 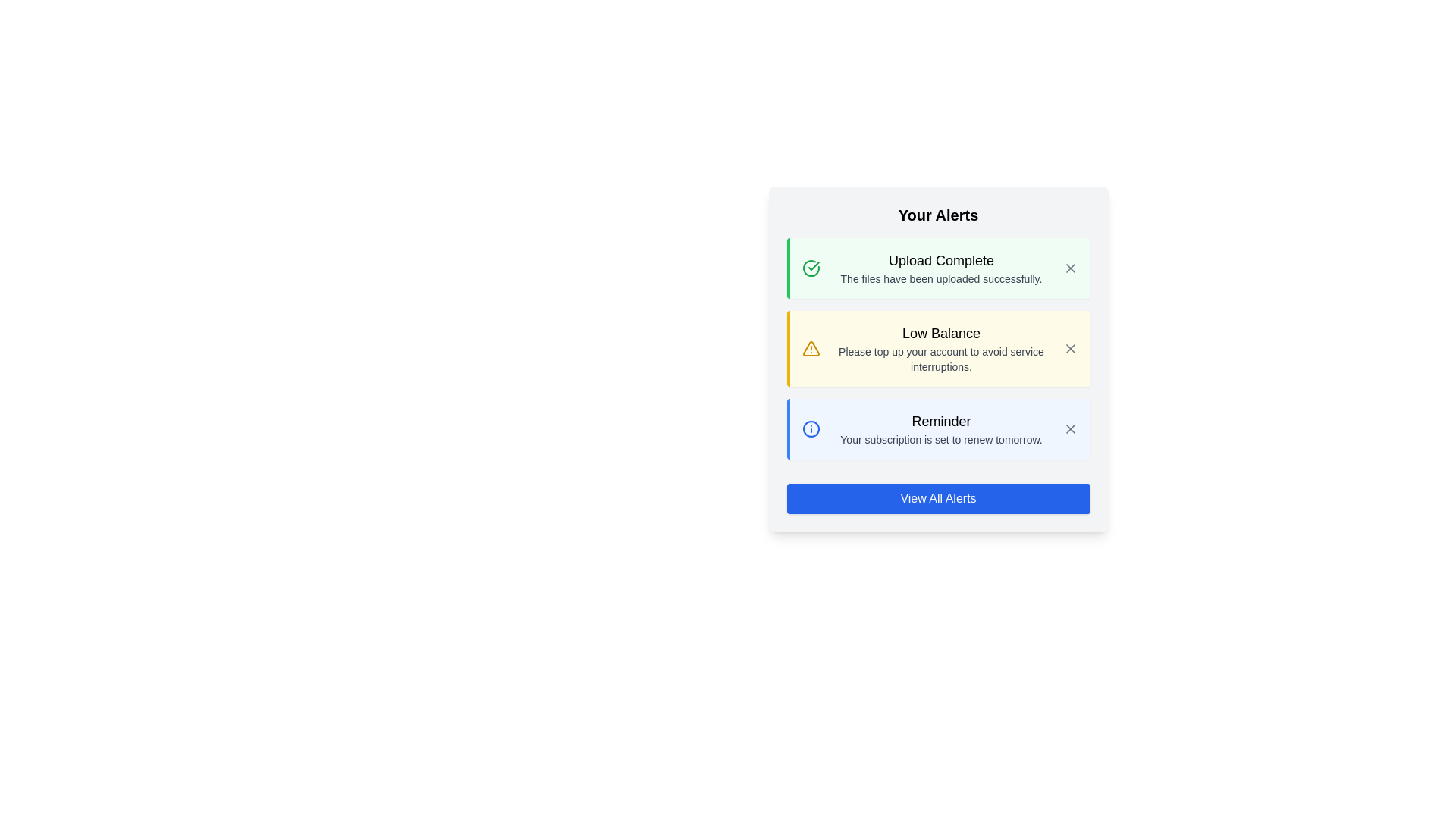 I want to click on the close button located at the top-right corner of the 'Low Balance' notification box to potentially open a context menu, so click(x=1069, y=348).